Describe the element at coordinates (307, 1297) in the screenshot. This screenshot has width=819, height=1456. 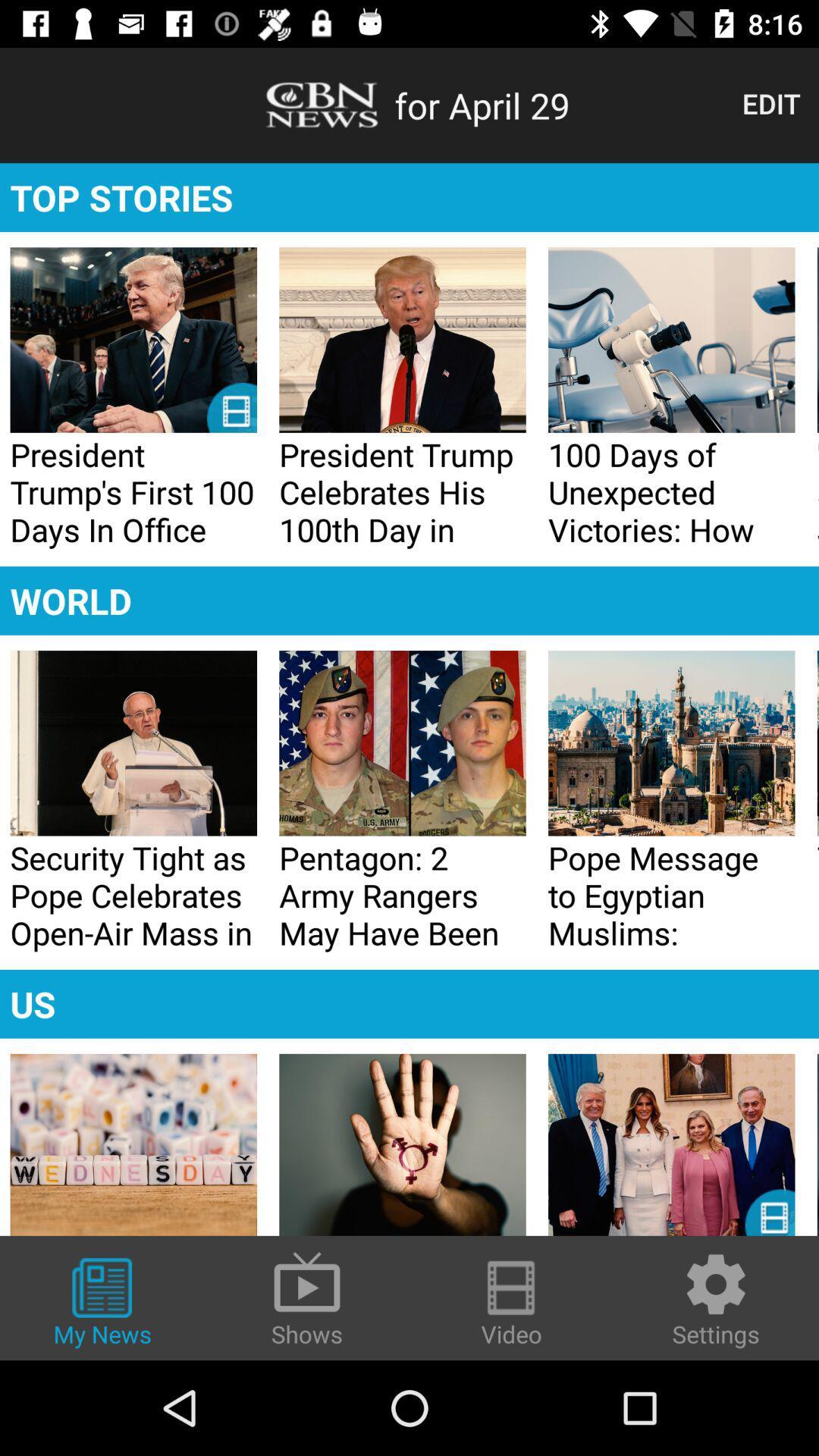
I see `the item next to the my news icon` at that location.